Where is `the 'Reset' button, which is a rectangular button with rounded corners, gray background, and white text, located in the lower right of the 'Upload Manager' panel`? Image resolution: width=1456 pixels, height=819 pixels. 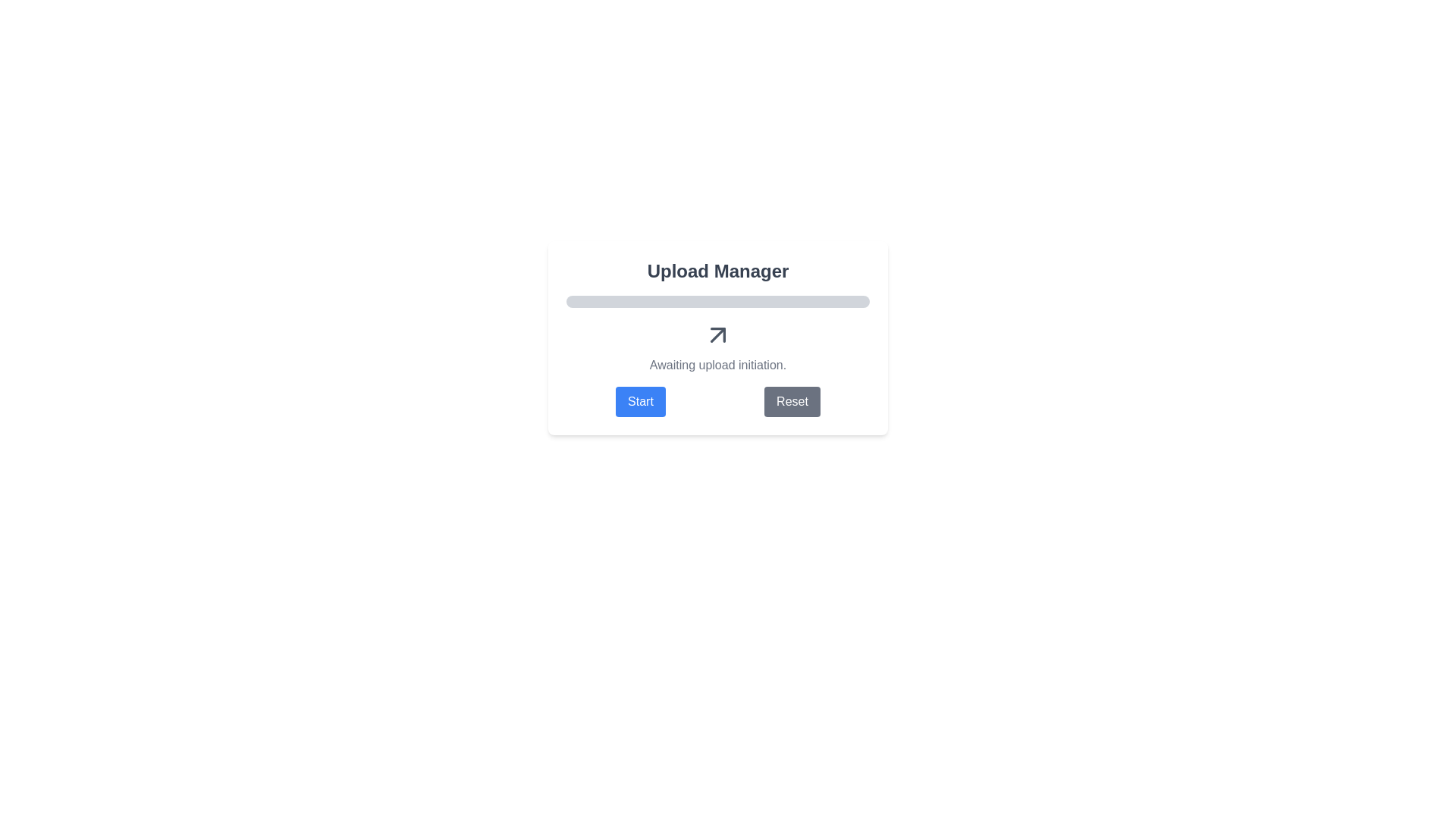
the 'Reset' button, which is a rectangular button with rounded corners, gray background, and white text, located in the lower right of the 'Upload Manager' panel is located at coordinates (792, 400).